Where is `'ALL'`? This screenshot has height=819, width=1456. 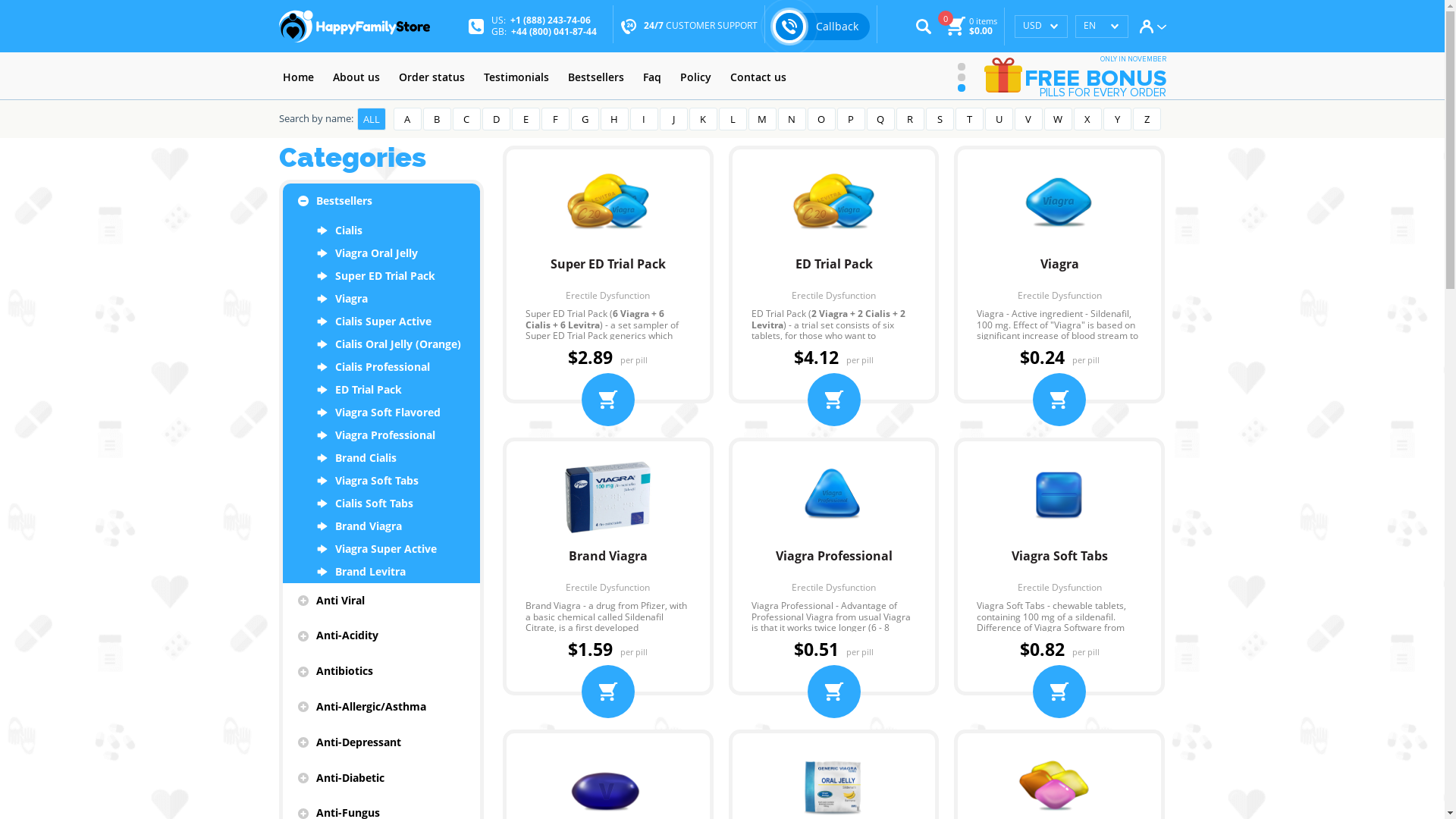 'ALL' is located at coordinates (371, 118).